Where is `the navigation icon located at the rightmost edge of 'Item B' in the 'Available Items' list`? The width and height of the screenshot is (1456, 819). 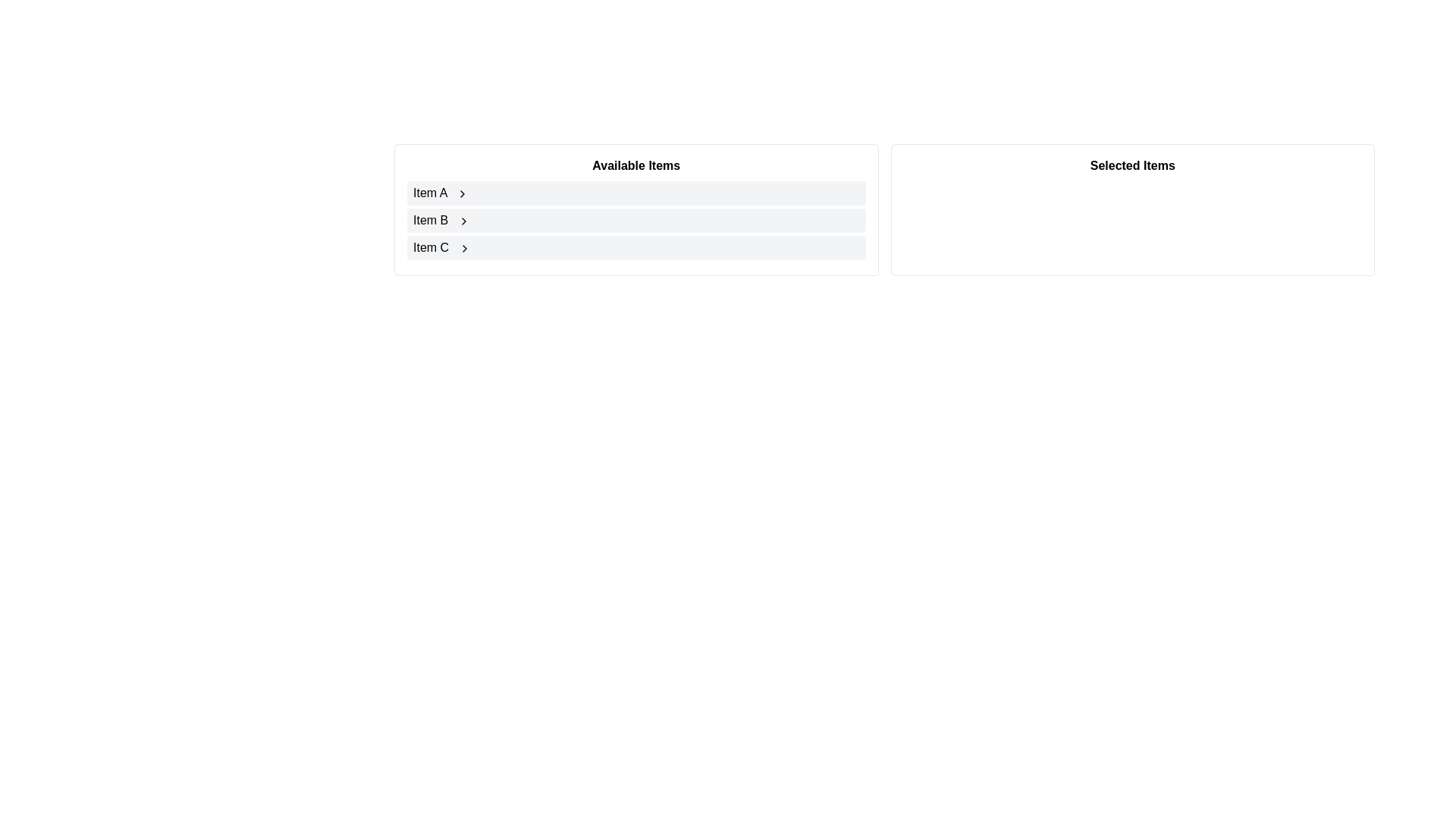
the navigation icon located at the rightmost edge of 'Item B' in the 'Available Items' list is located at coordinates (463, 221).